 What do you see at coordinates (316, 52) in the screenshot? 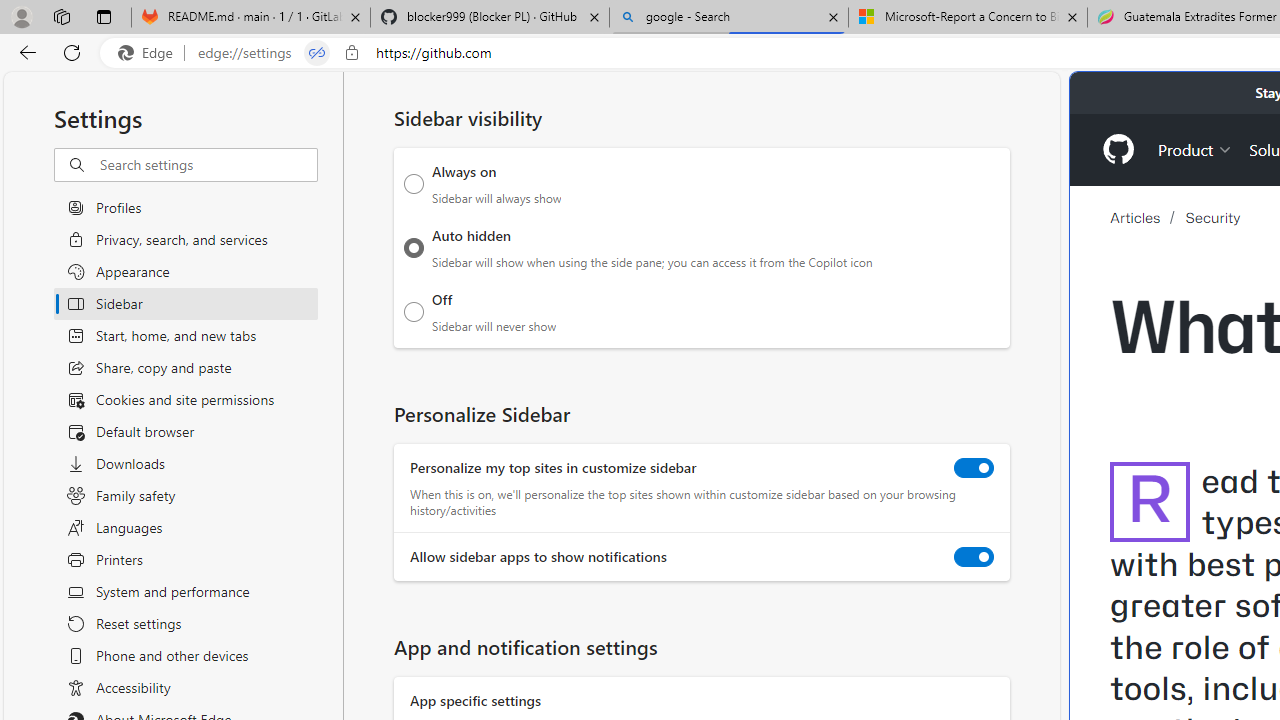
I see `'Tabs in split screen'` at bounding box center [316, 52].